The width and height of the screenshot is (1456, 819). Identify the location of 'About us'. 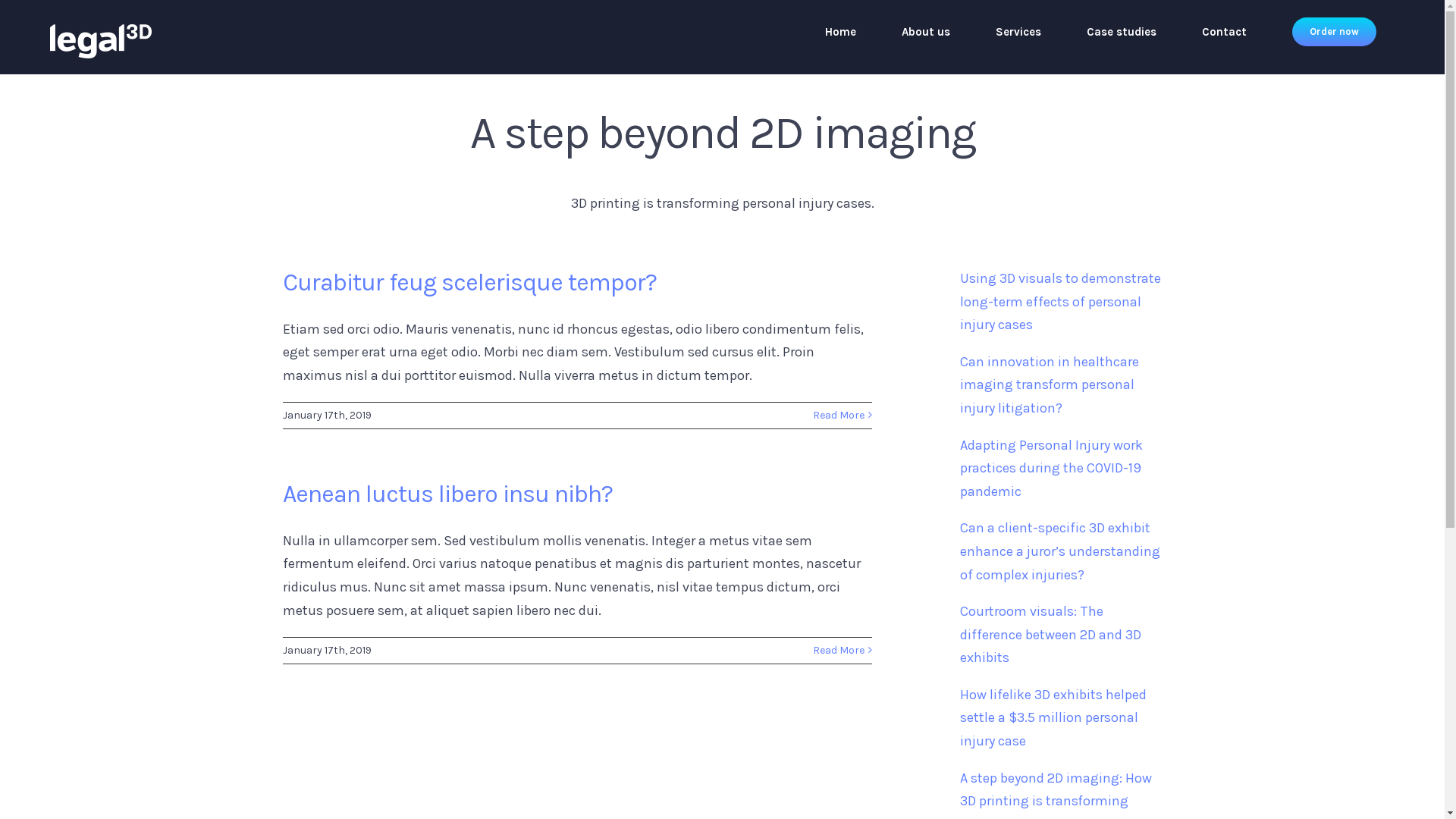
(924, 32).